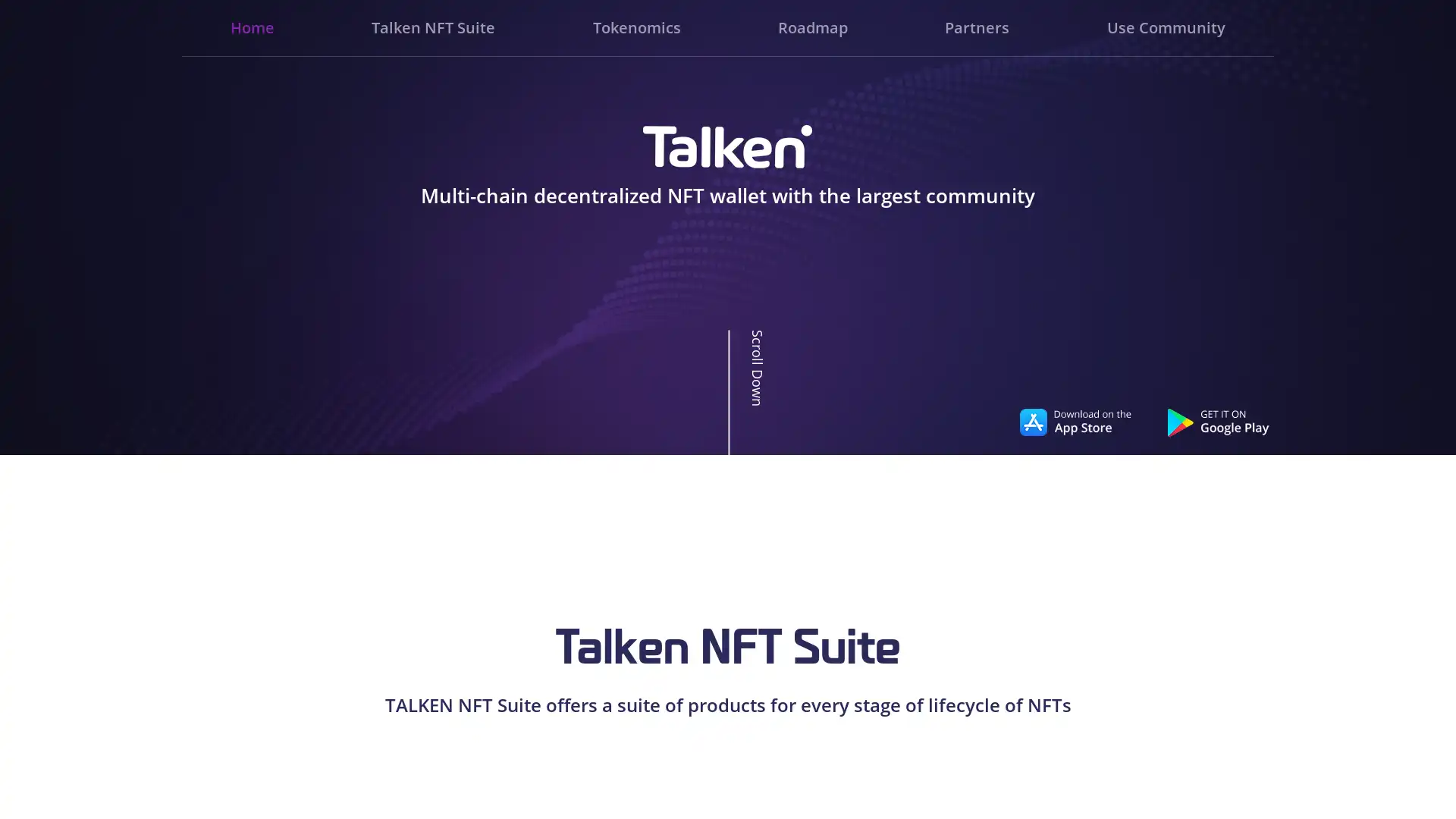 The width and height of the screenshot is (1456, 819). I want to click on Go to slide 3, so click(250, 643).